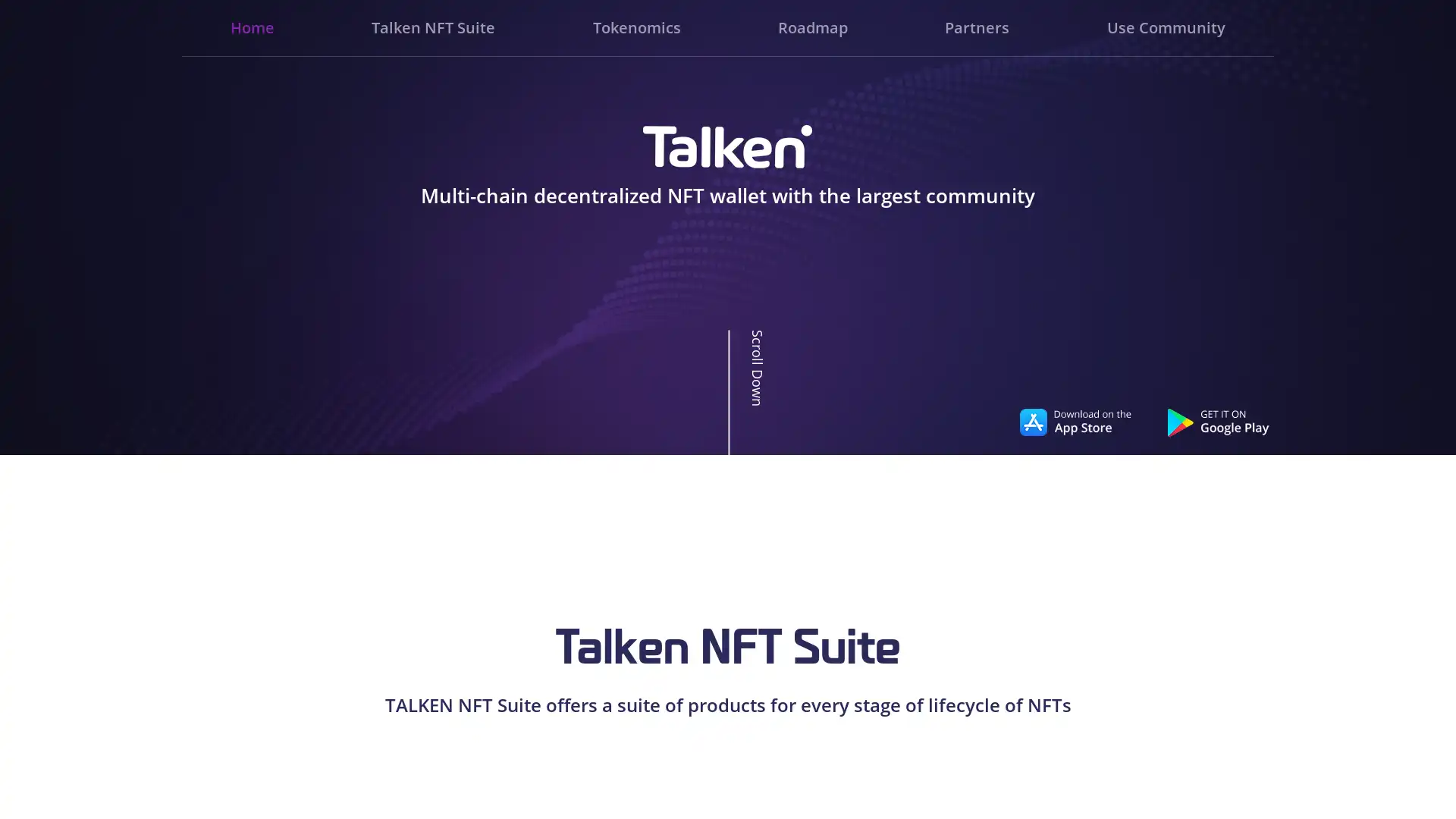 The width and height of the screenshot is (1456, 819). I want to click on Go to slide 3, so click(250, 643).